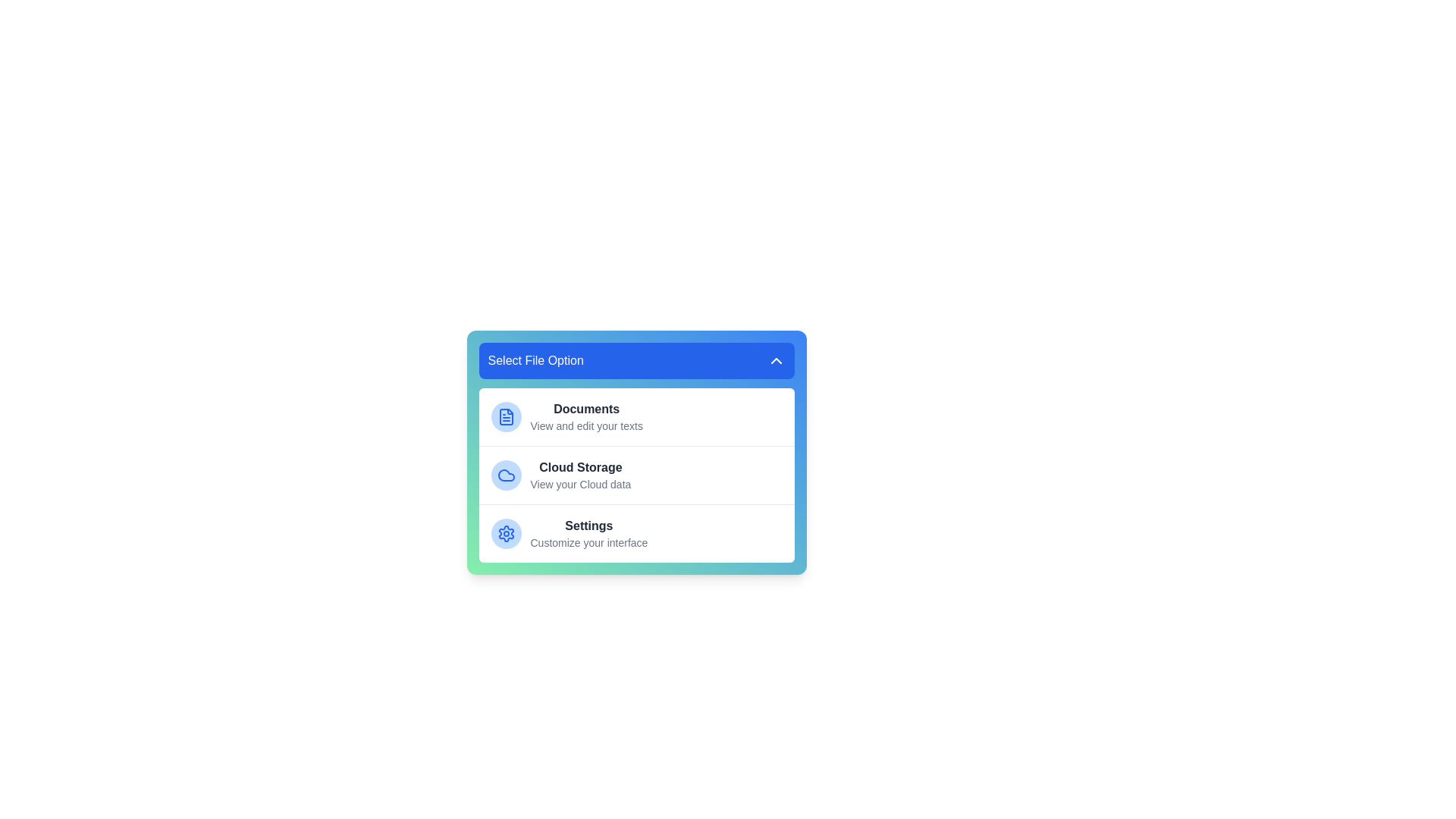 The width and height of the screenshot is (1456, 819). What do you see at coordinates (506, 475) in the screenshot?
I see `the cloud-shaped icon with a blue outline and light blue fill, located in the second row of the 'Cloud Storage' menu` at bounding box center [506, 475].